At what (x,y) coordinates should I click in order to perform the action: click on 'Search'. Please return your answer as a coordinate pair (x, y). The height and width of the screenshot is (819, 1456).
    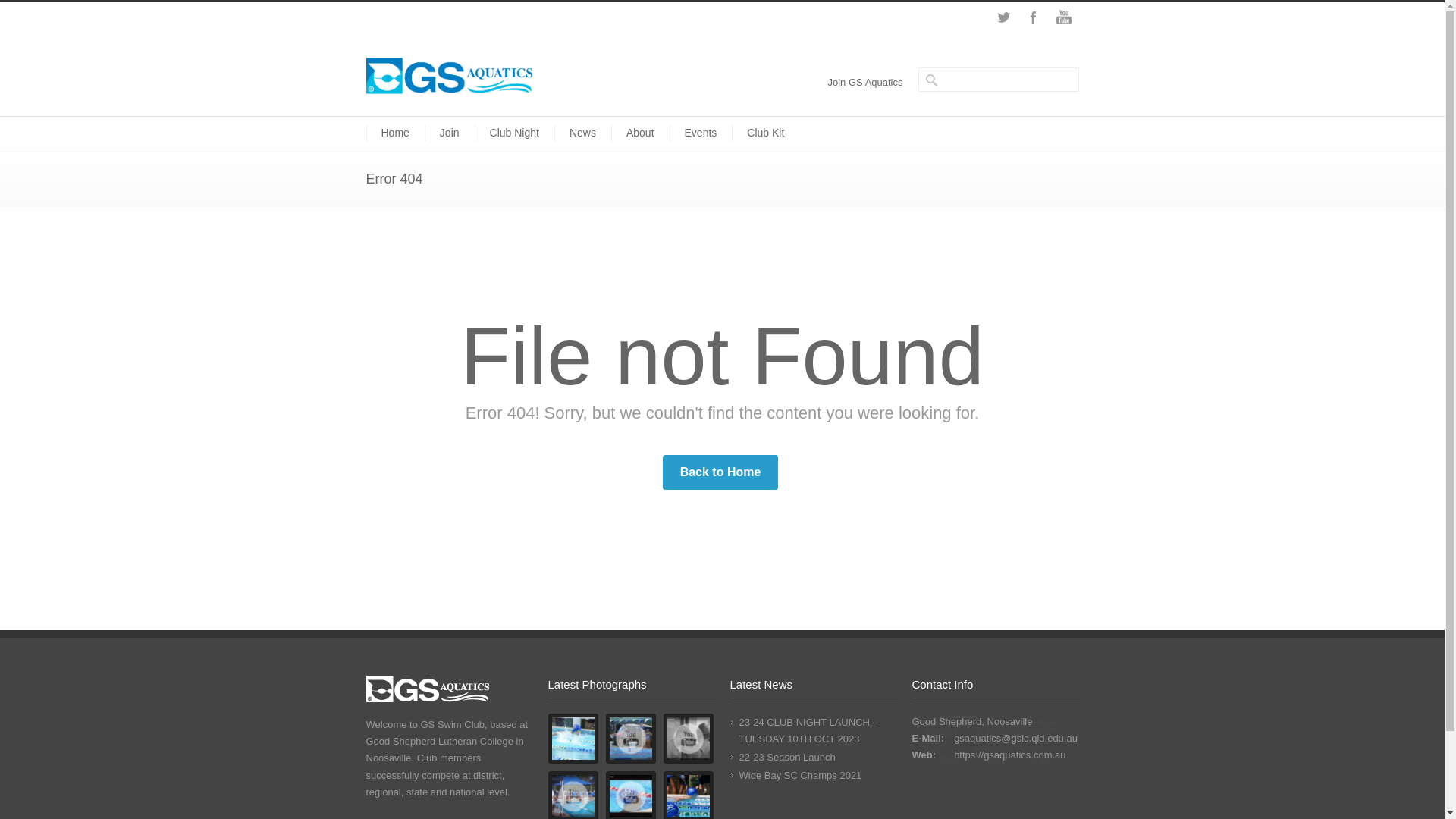
    Looking at the image, I should click on (67, 11).